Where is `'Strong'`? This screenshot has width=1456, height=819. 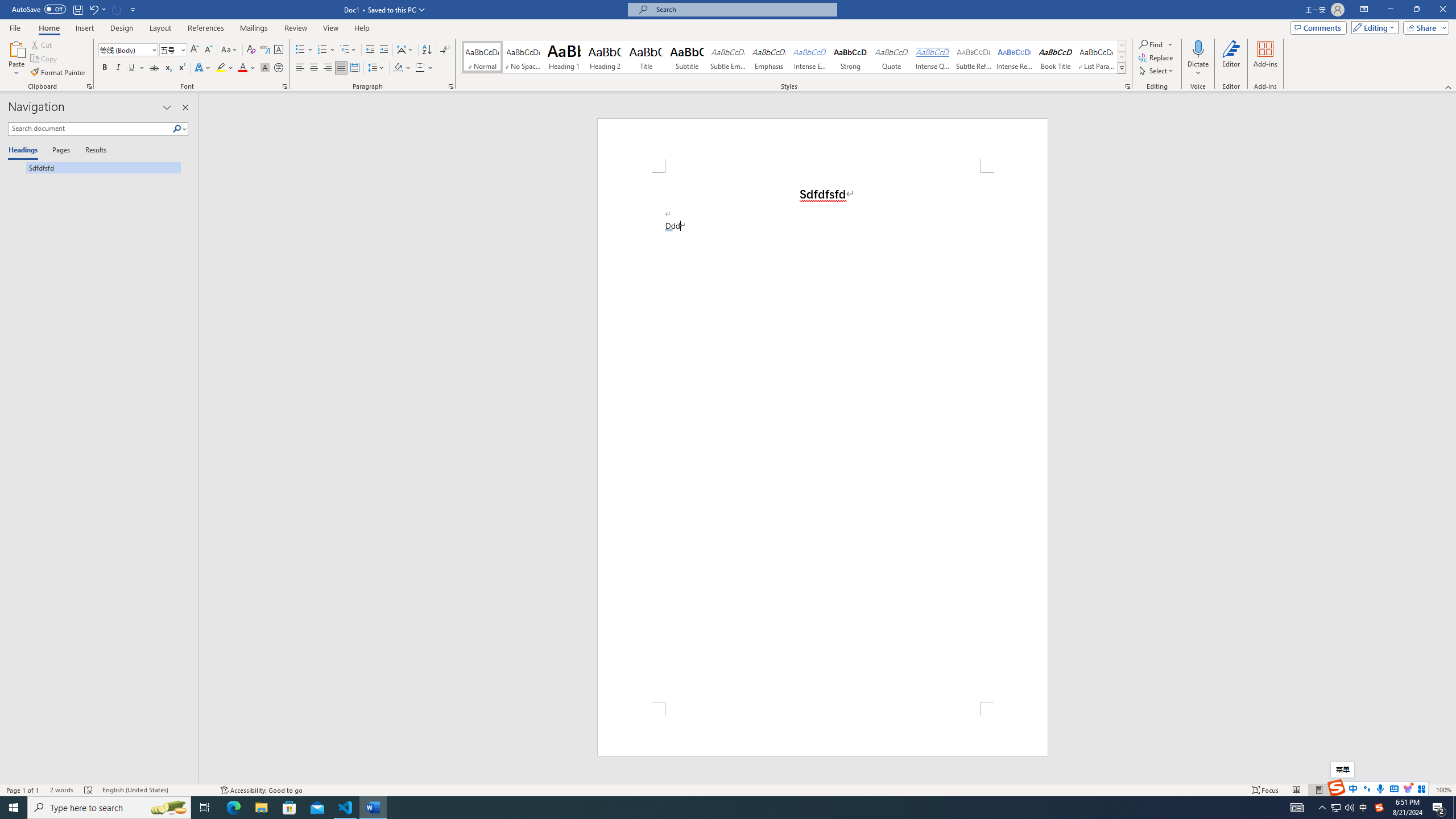 'Strong' is located at coordinates (850, 56).